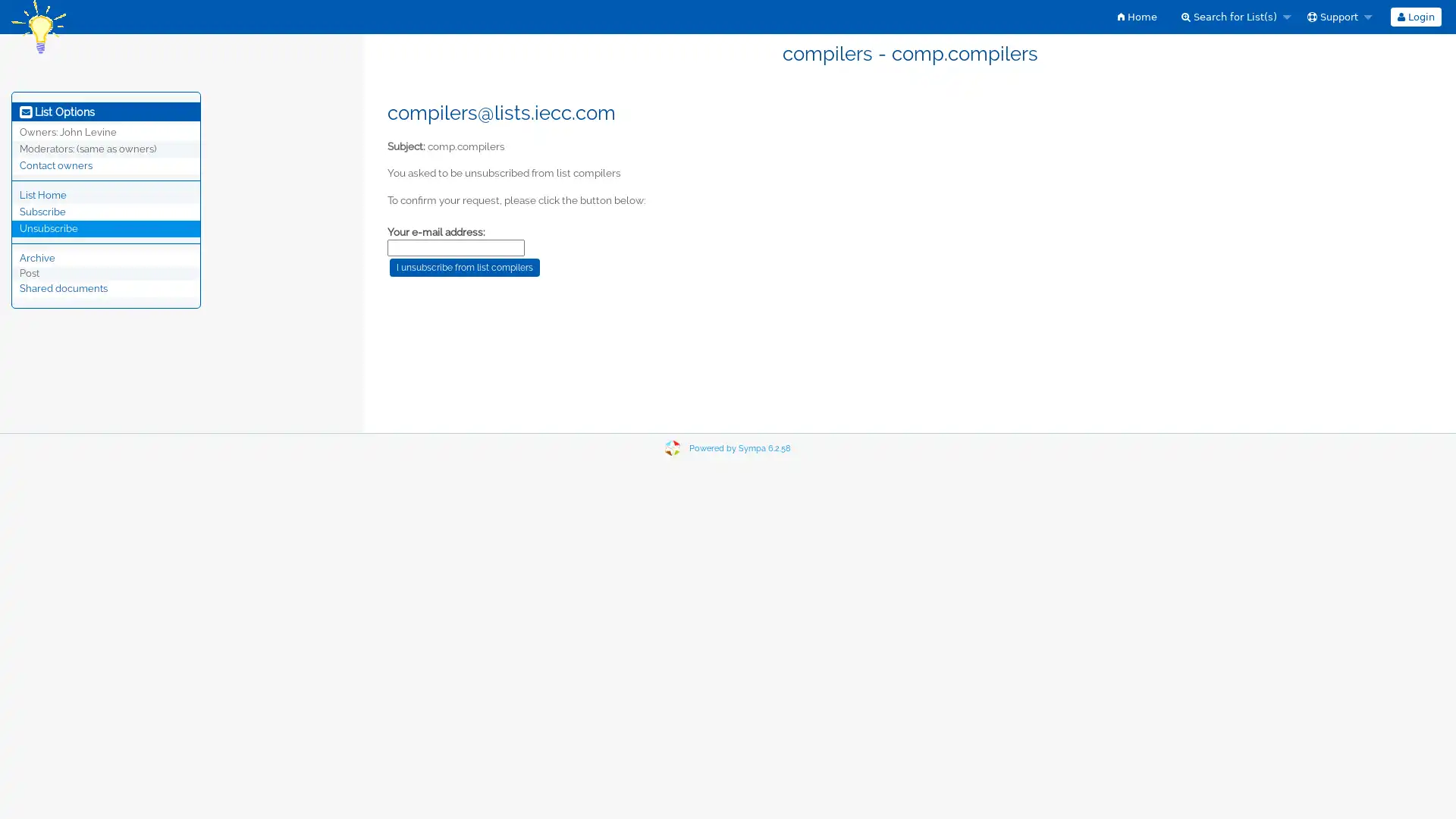 This screenshot has width=1456, height=819. What do you see at coordinates (1414, 17) in the screenshot?
I see `Login` at bounding box center [1414, 17].